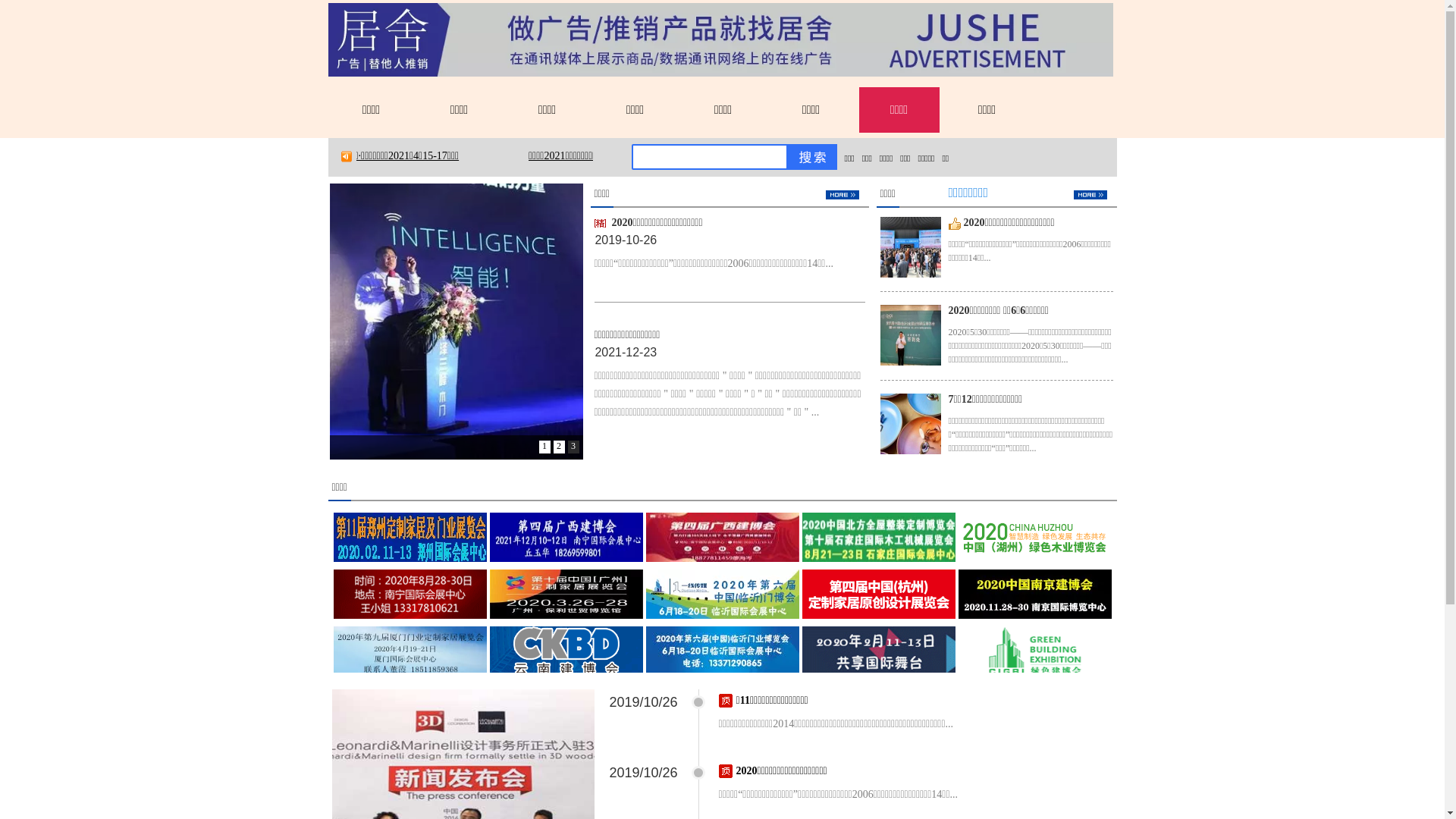 The image size is (1456, 819). Describe the element at coordinates (558, 446) in the screenshot. I see `'2'` at that location.